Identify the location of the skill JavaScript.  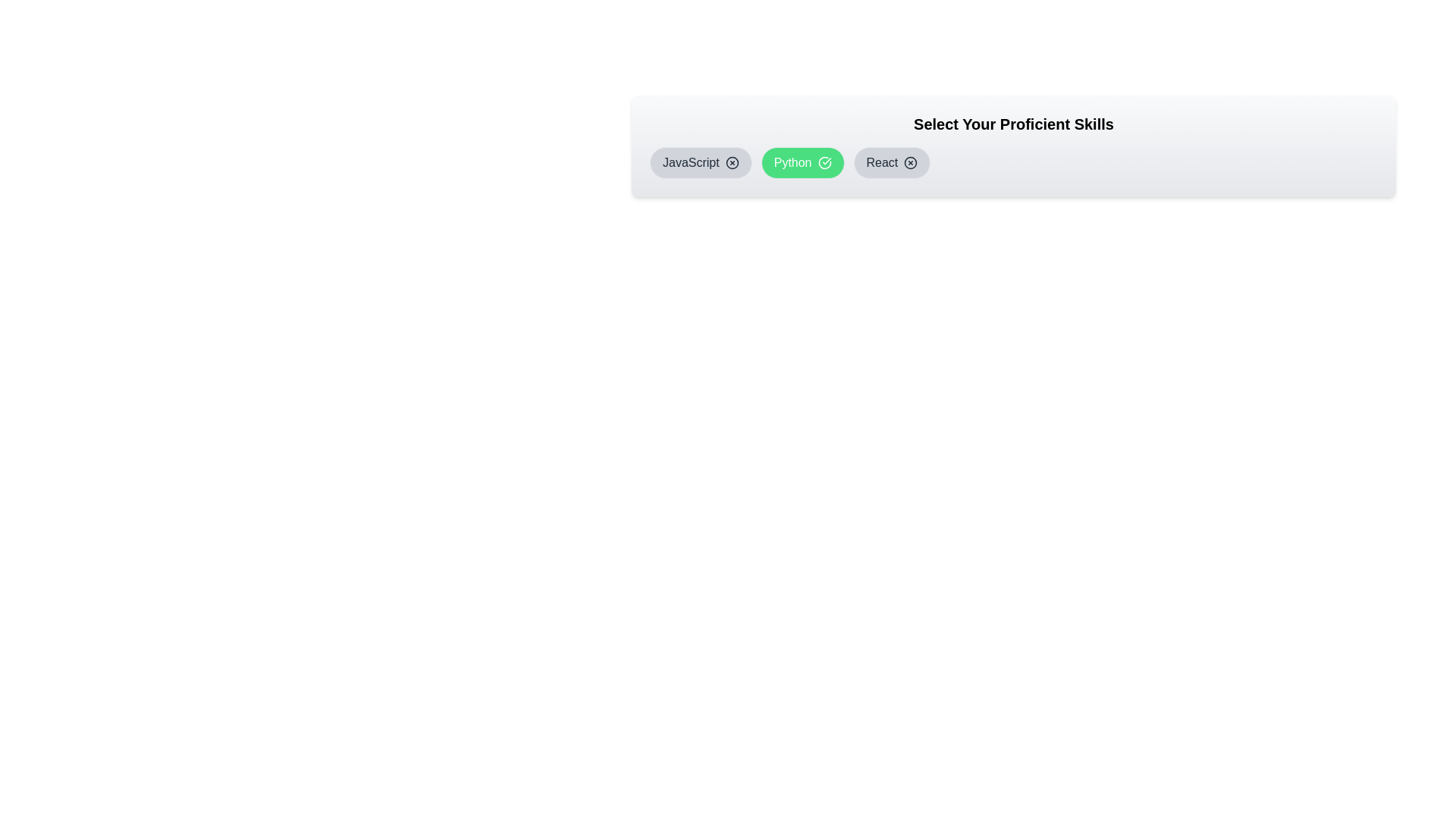
(700, 163).